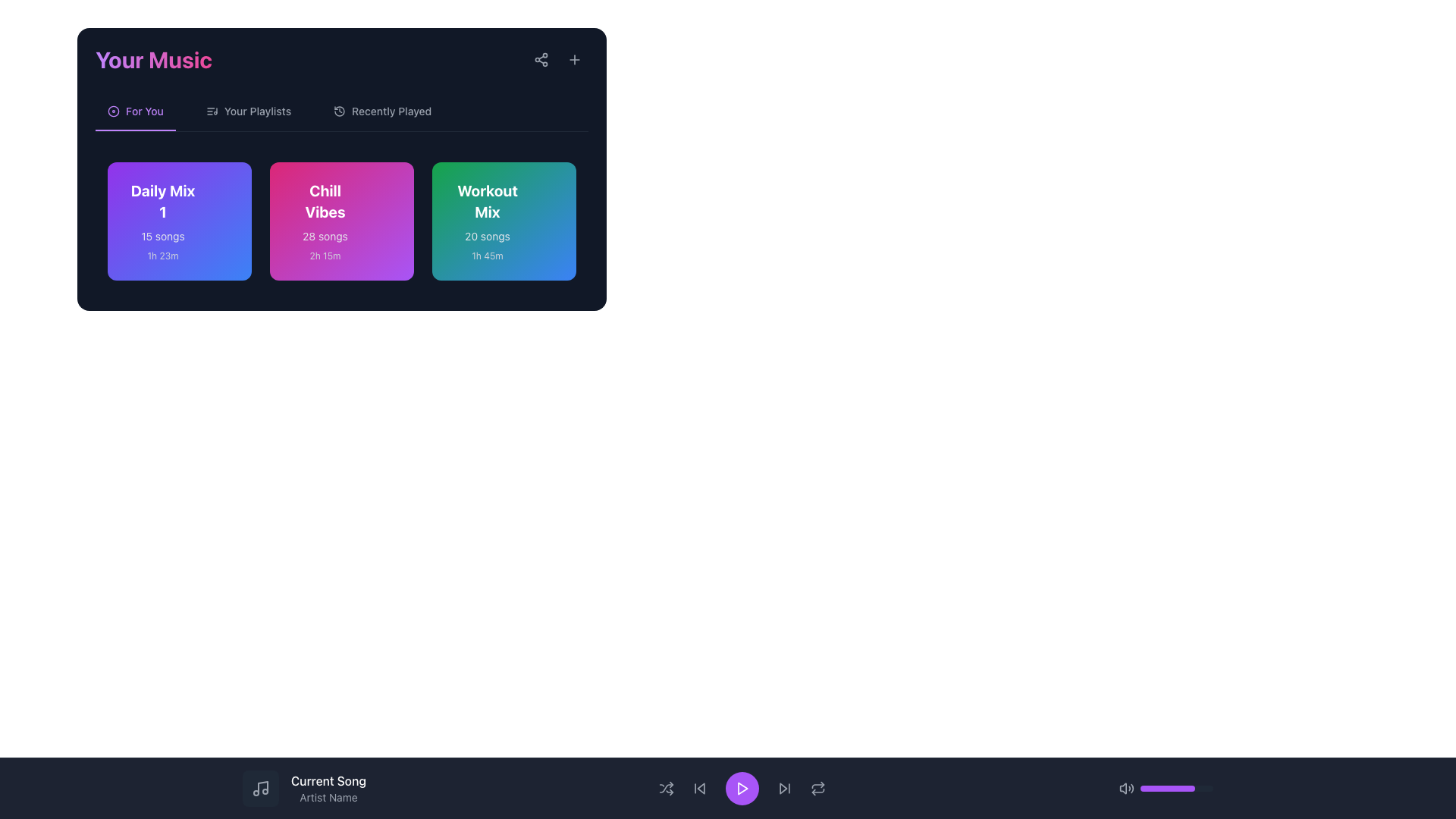 This screenshot has width=1456, height=819. What do you see at coordinates (216, 196) in the screenshot?
I see `the circular play button with a translucent background located in the upper right corner of the 'Daily Mix 1' card in the 'Your Music' section to play the playlist` at bounding box center [216, 196].